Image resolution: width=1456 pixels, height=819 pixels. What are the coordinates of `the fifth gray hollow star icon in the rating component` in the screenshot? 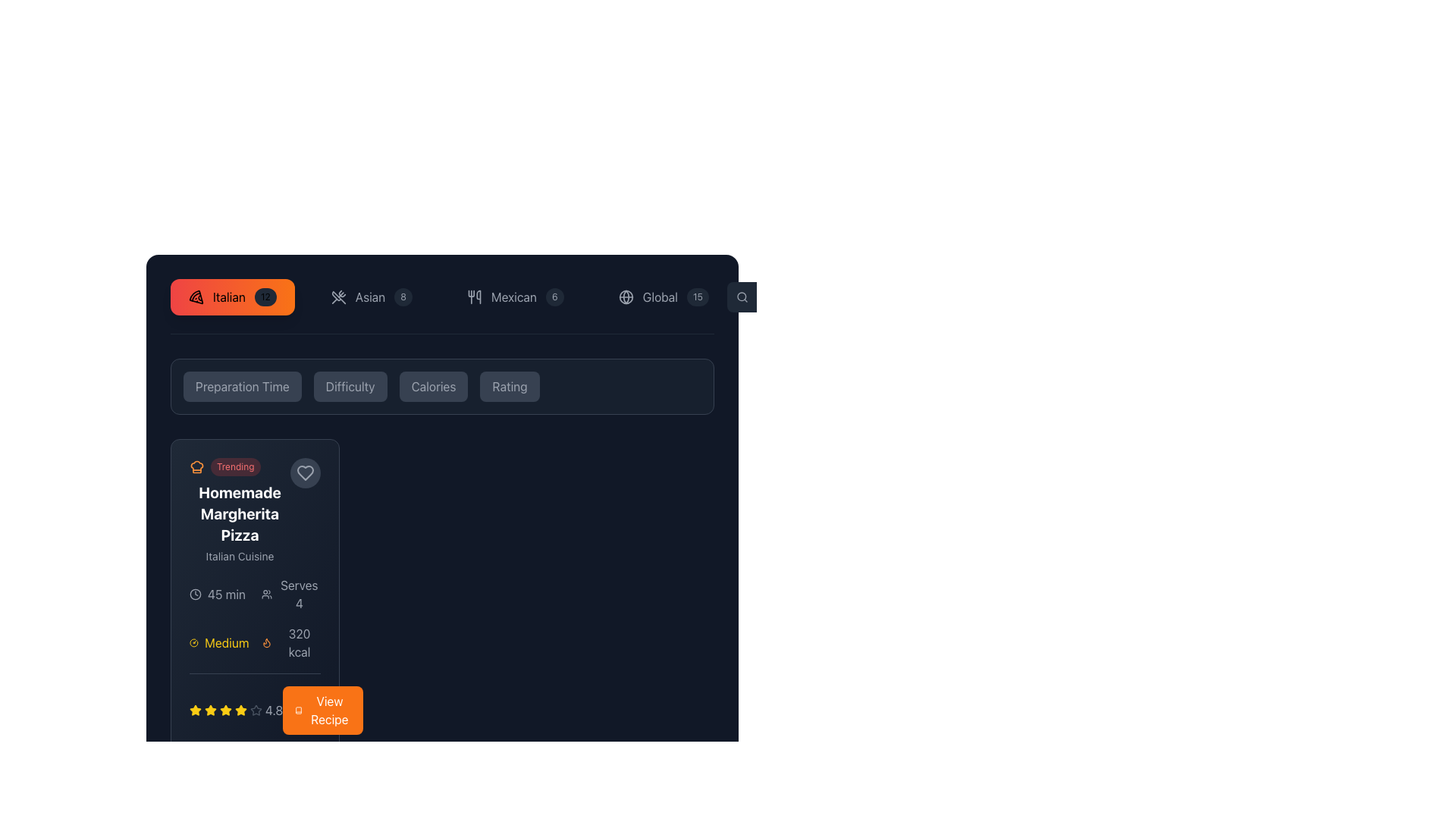 It's located at (255, 711).